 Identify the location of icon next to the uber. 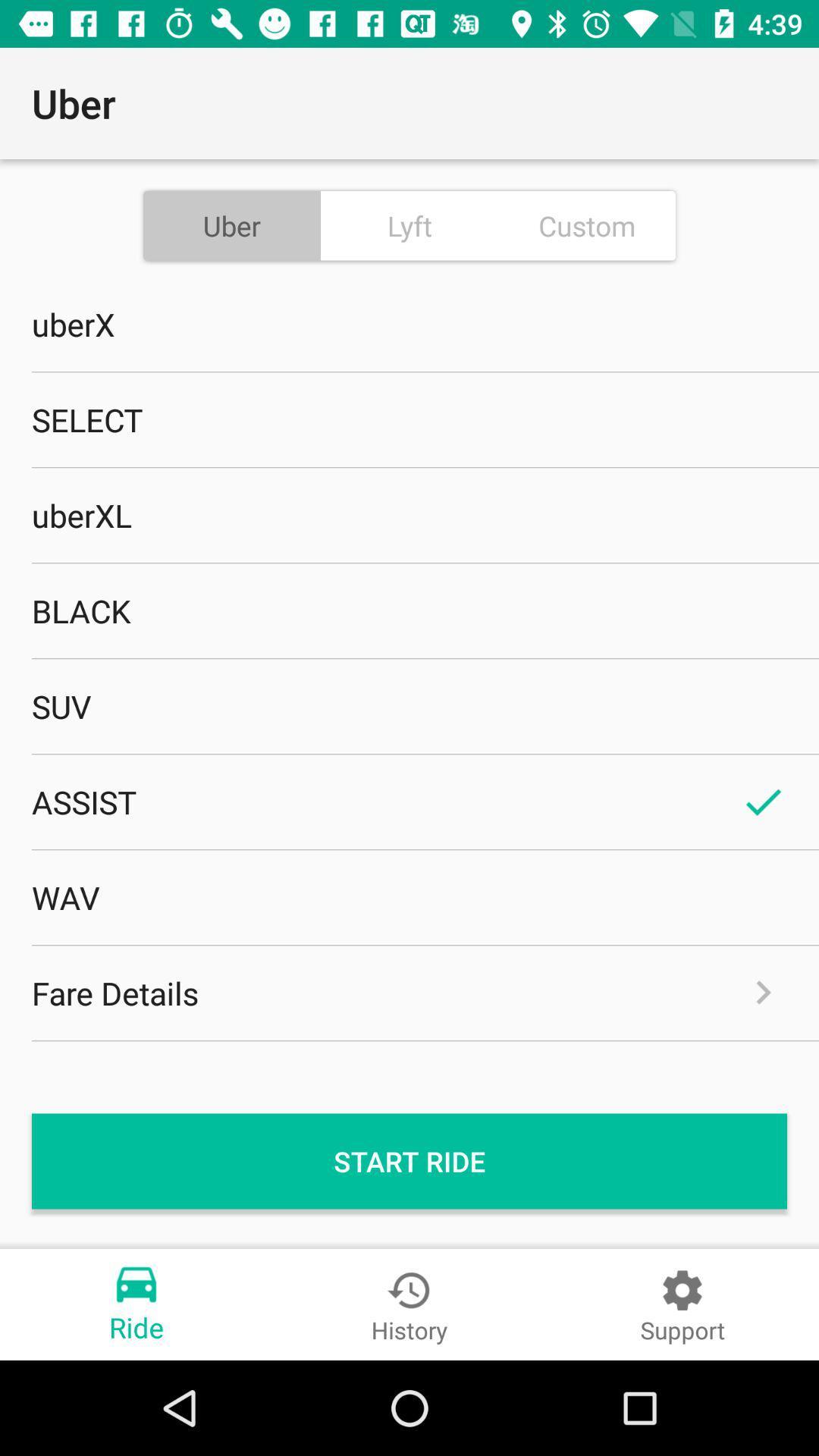
(409, 224).